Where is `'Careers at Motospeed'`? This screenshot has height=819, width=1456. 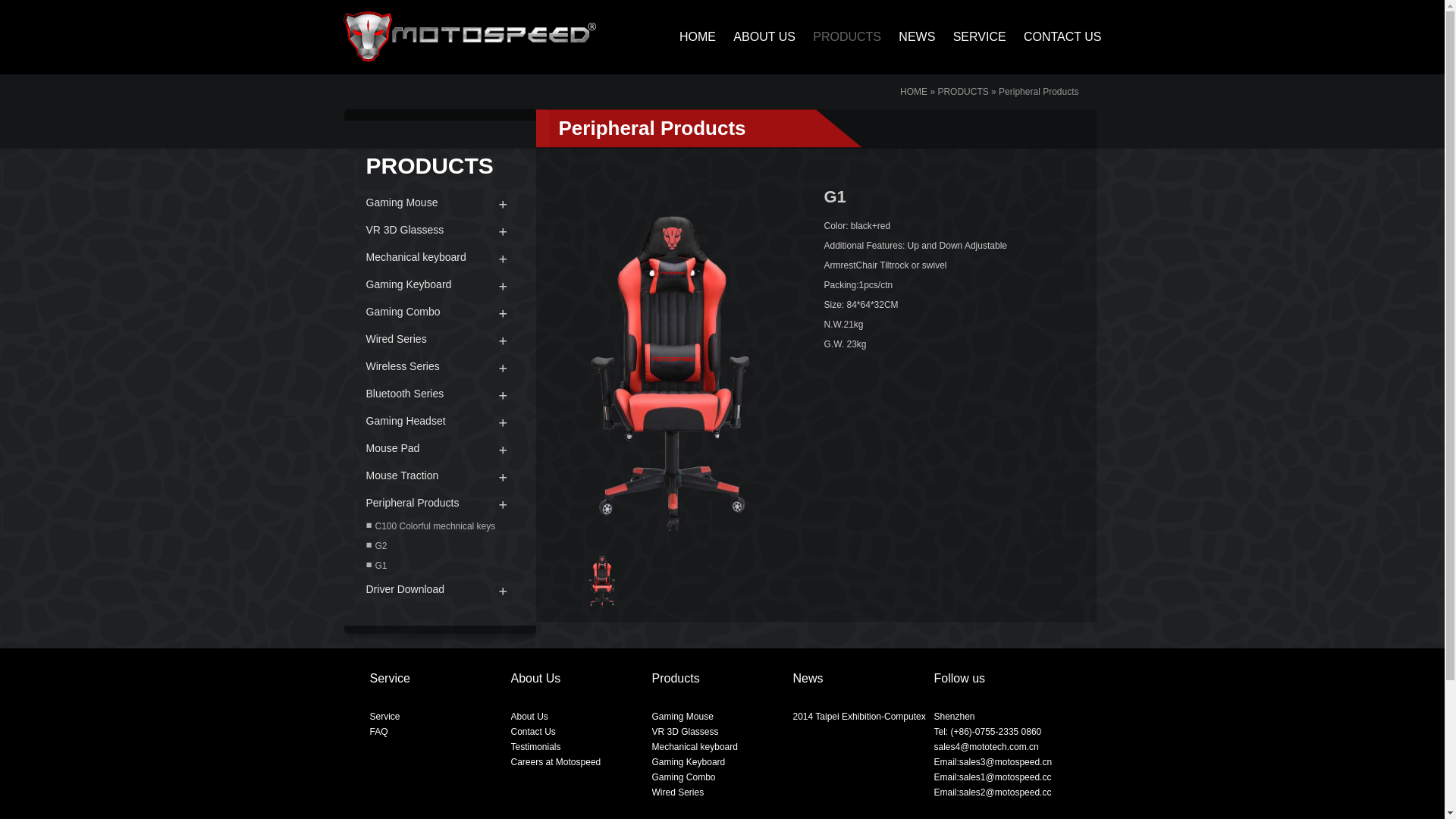
'Careers at Motospeed' is located at coordinates (555, 762).